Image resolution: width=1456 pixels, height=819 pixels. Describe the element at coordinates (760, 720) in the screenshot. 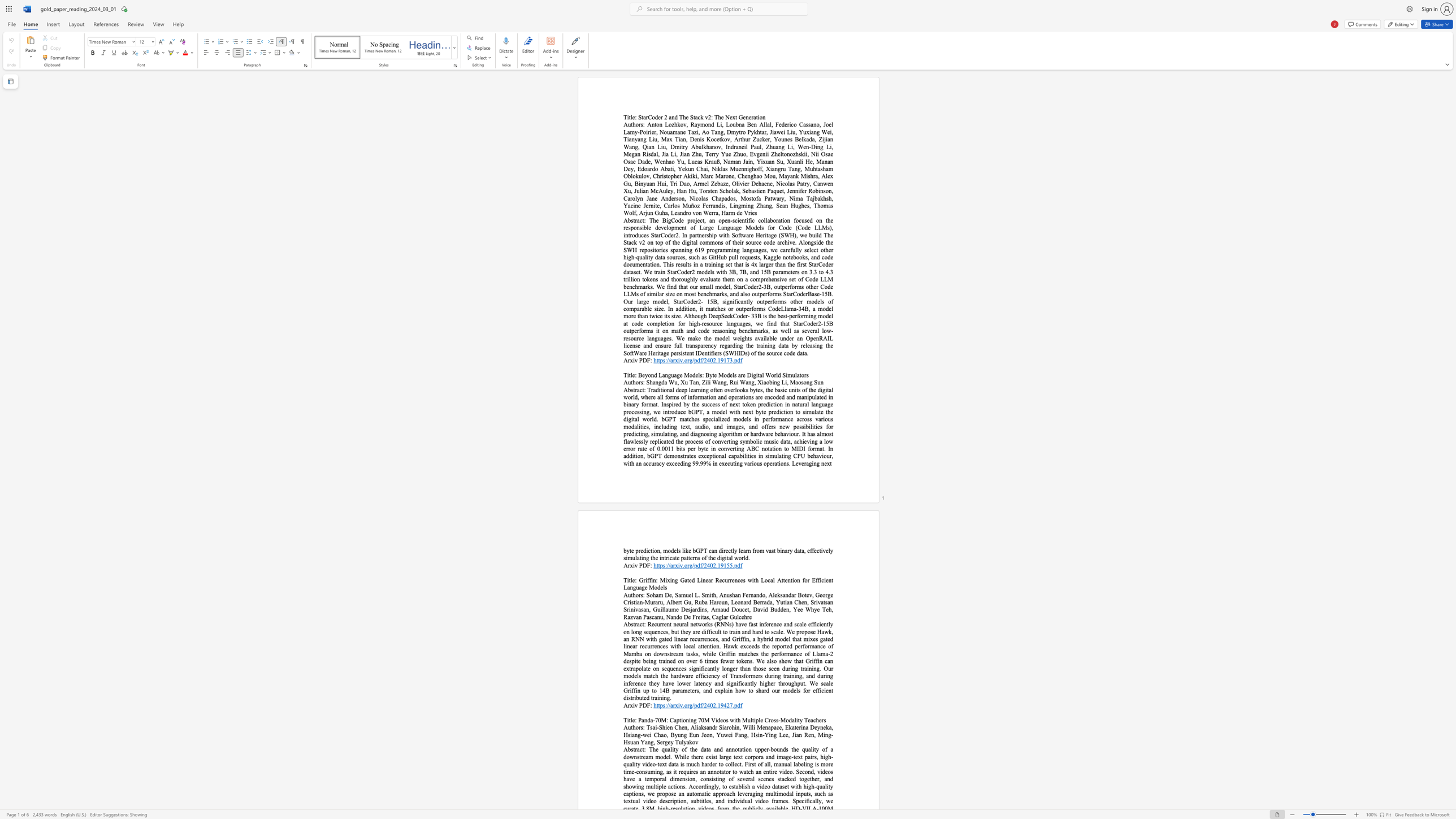

I see `the subset text "e Cross-Modality" within the text "Panda-70M: Captioning 70M Videos with Multiple Cross-Modality Teachers"` at that location.